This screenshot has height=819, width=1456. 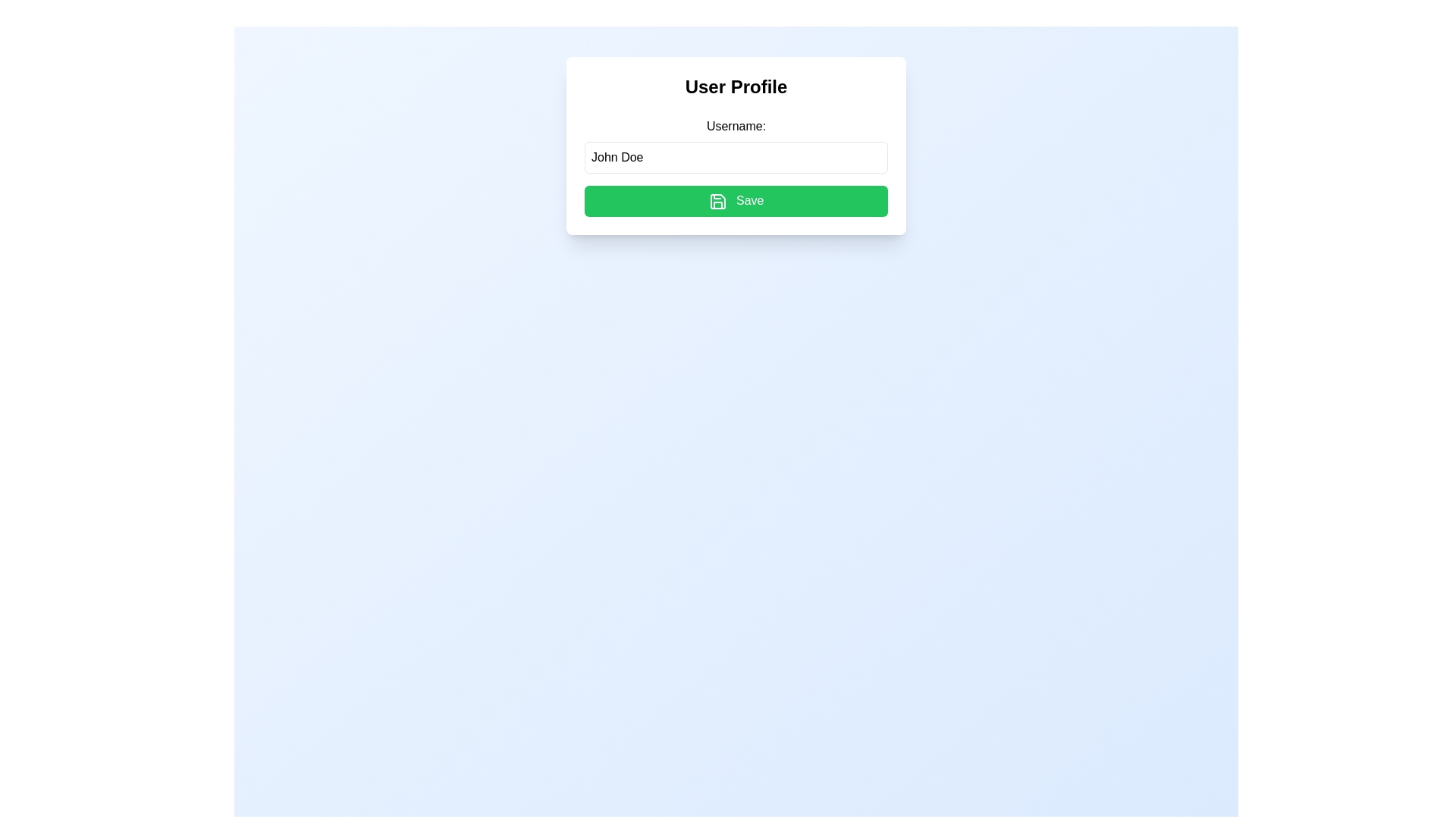 I want to click on the text label displaying 'Username:' located at the top section of the 'User Profile' card interface, so click(x=736, y=125).